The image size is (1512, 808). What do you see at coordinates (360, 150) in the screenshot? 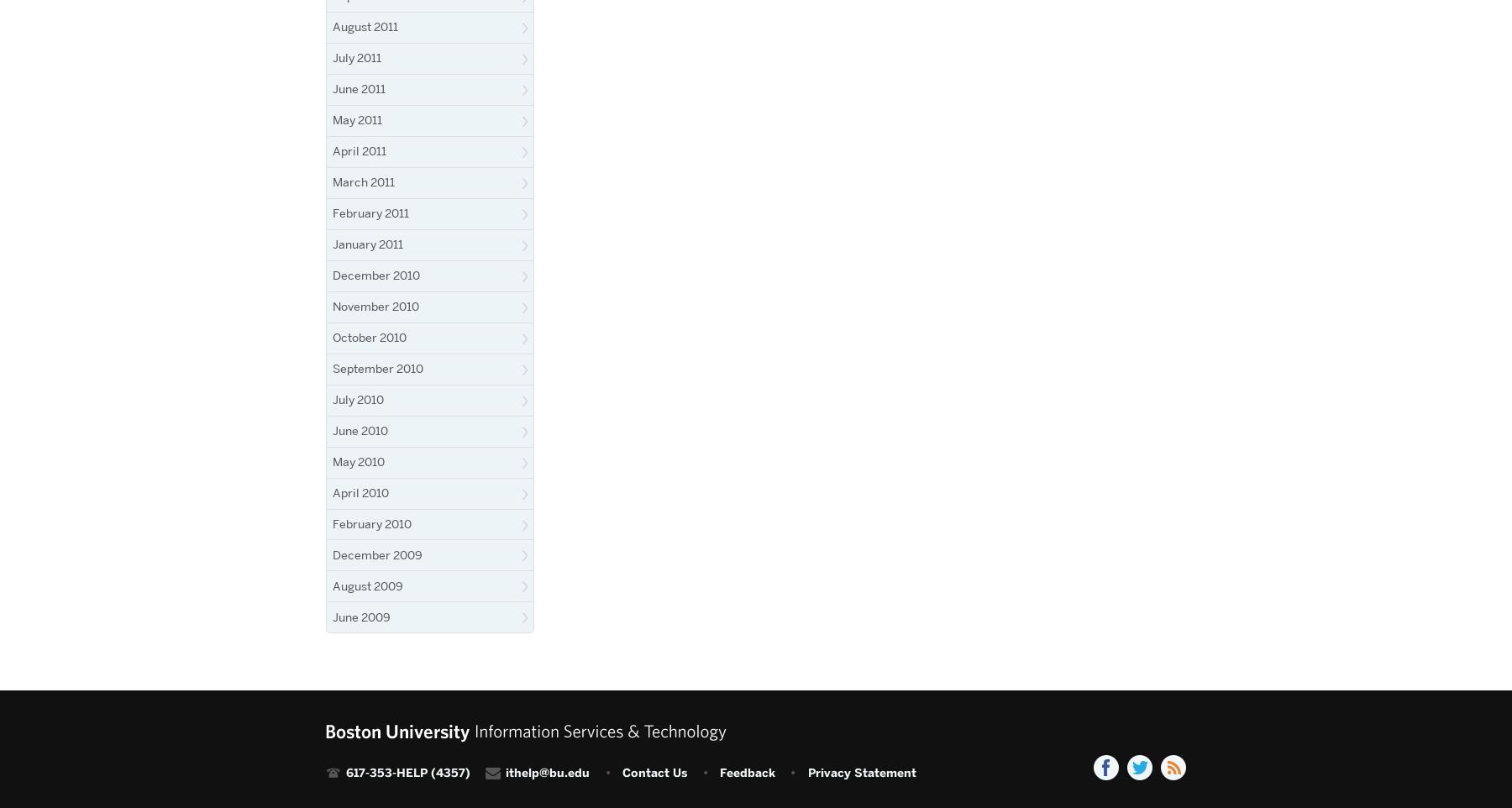
I see `'April 2011'` at bounding box center [360, 150].